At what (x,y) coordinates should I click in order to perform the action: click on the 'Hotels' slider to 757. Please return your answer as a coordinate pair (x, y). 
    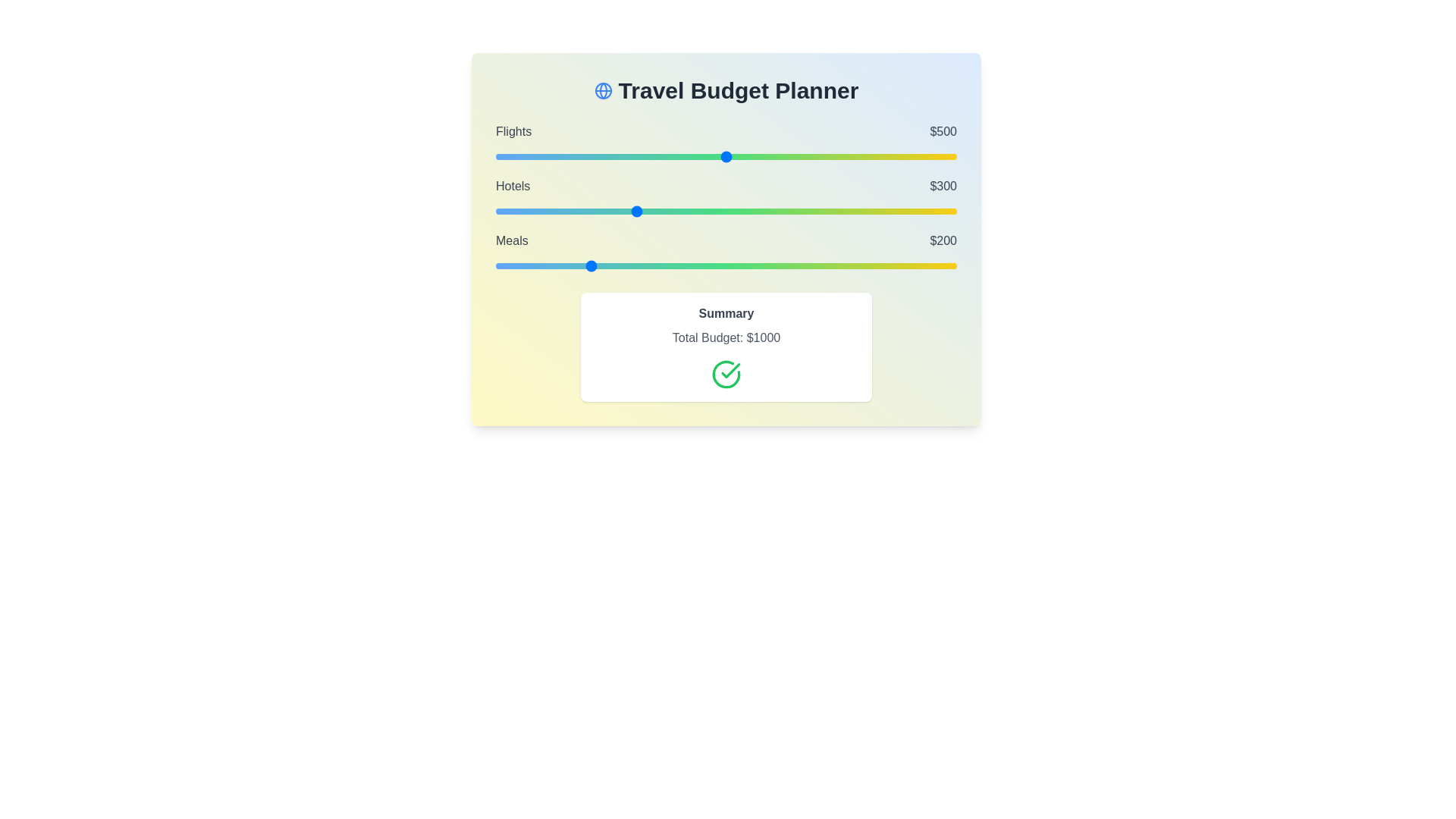
    Looking at the image, I should click on (844, 211).